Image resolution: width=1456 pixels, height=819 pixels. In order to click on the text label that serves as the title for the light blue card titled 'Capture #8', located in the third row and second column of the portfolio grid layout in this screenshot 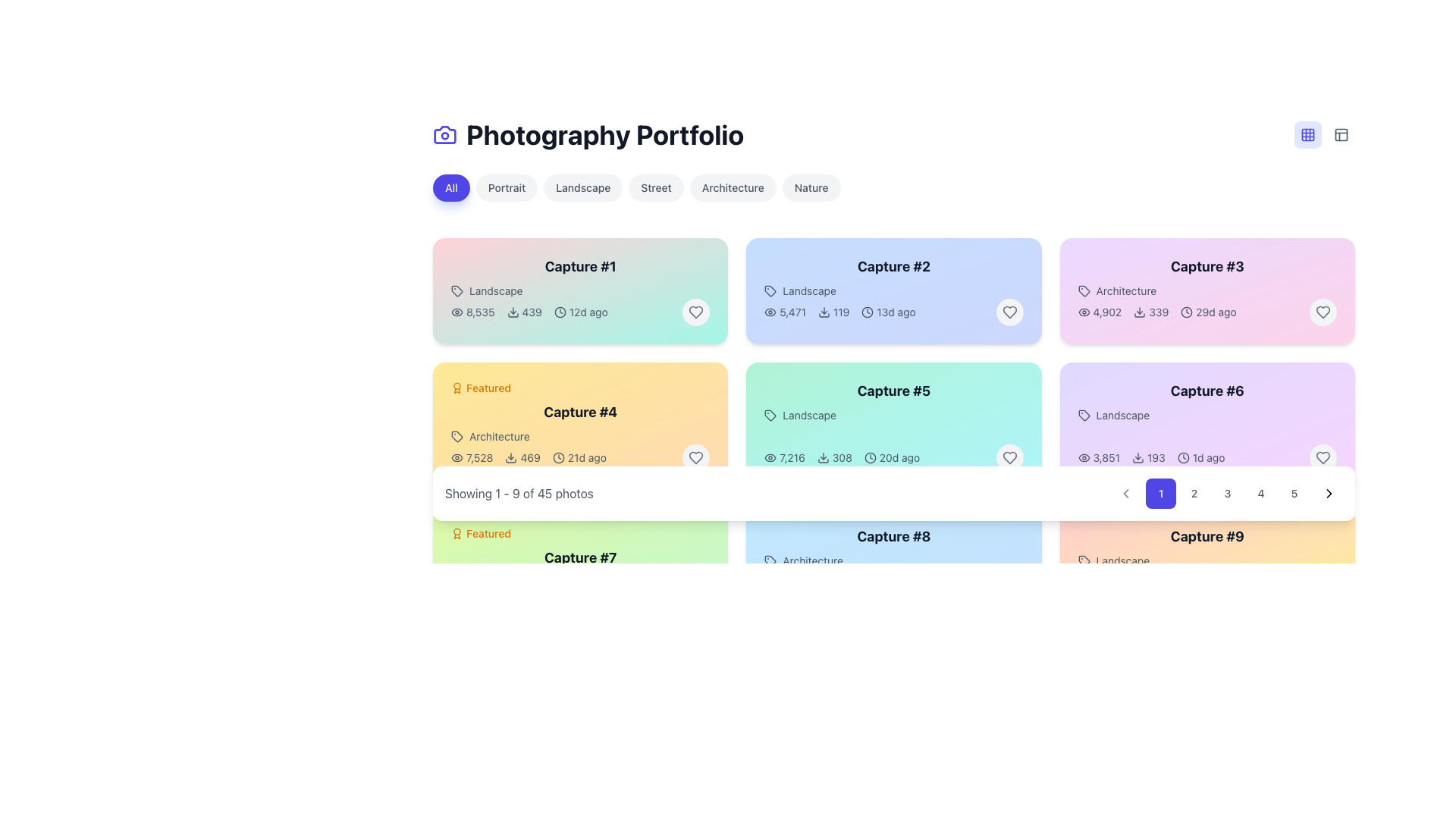, I will do `click(894, 547)`.